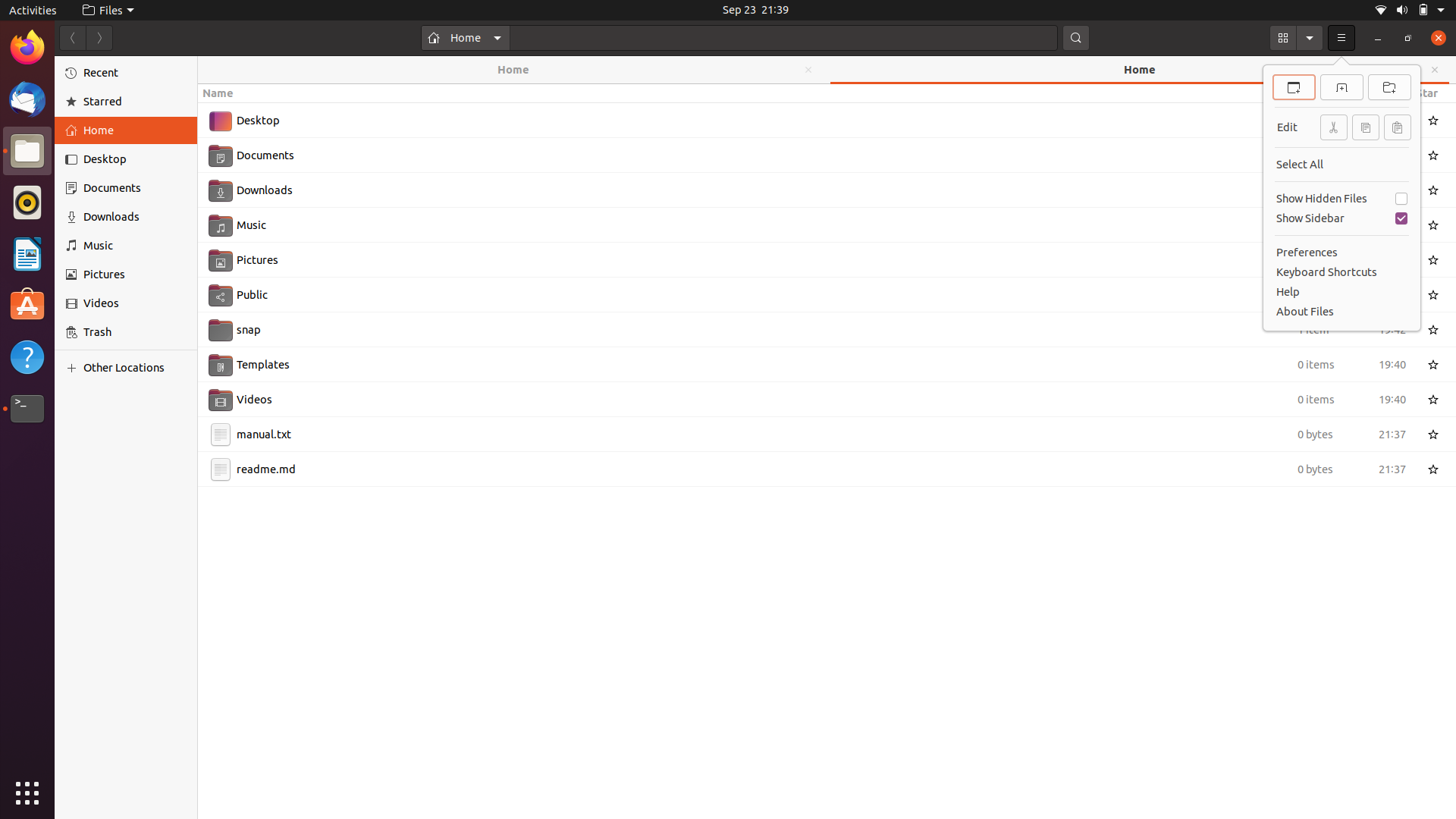  Describe the element at coordinates (1340, 219) in the screenshot. I see `Delete the sidebar with mouse and keyboard commands` at that location.